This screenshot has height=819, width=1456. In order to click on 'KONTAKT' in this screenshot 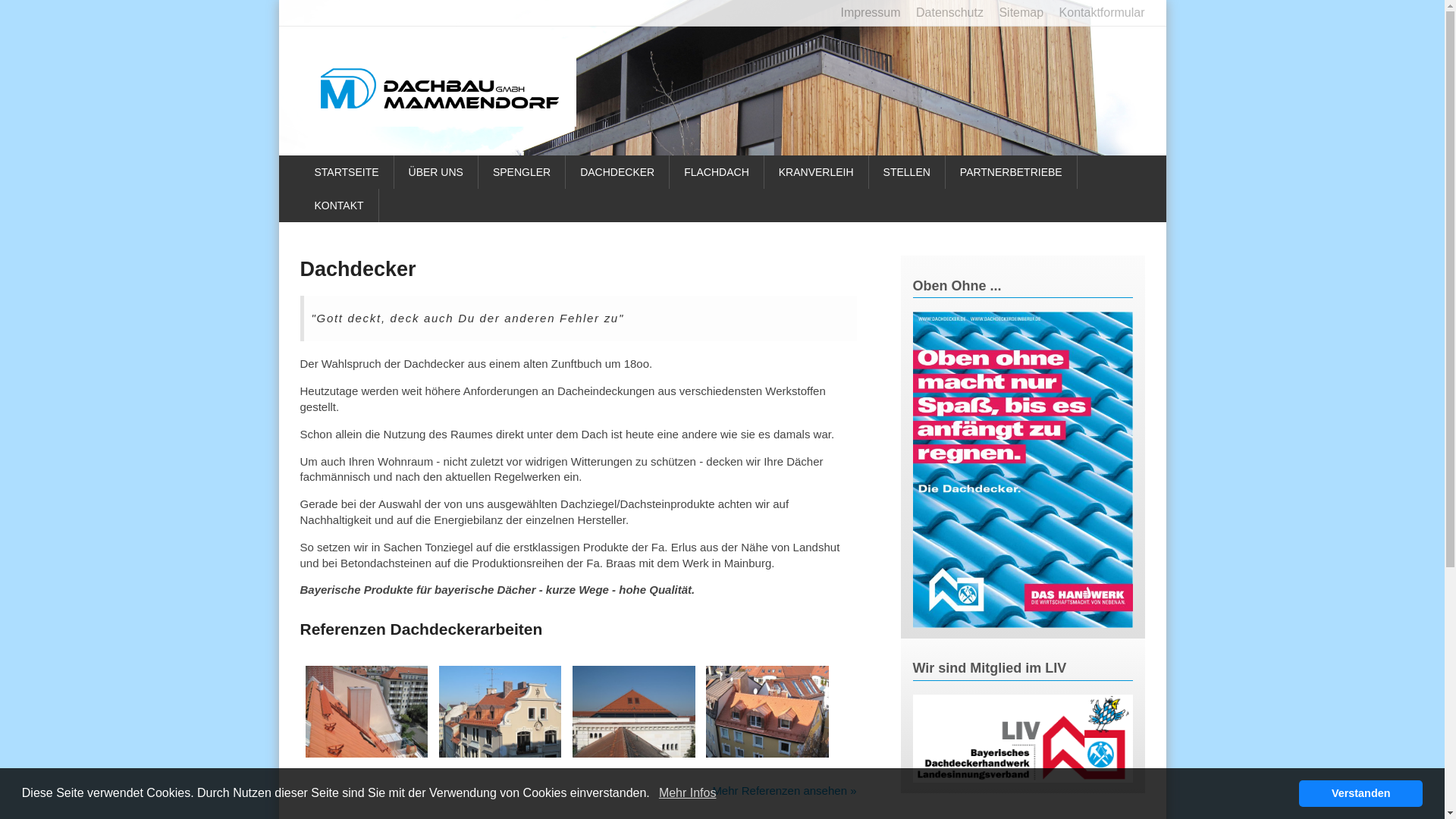, I will do `click(338, 205)`.